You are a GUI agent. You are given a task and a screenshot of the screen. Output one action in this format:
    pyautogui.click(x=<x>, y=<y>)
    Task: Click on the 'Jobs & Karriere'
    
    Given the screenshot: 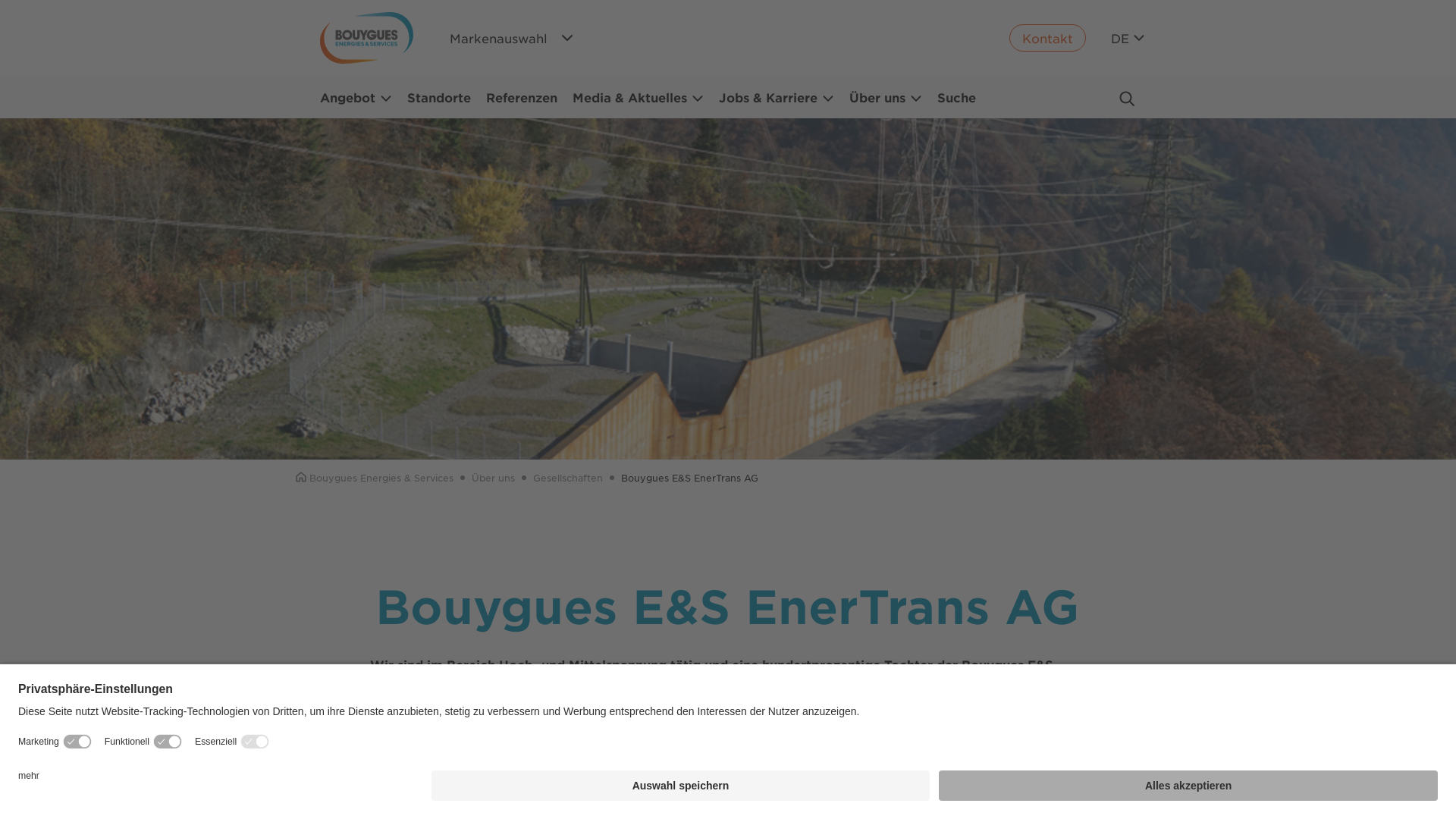 What is the action you would take?
    pyautogui.click(x=776, y=96)
    